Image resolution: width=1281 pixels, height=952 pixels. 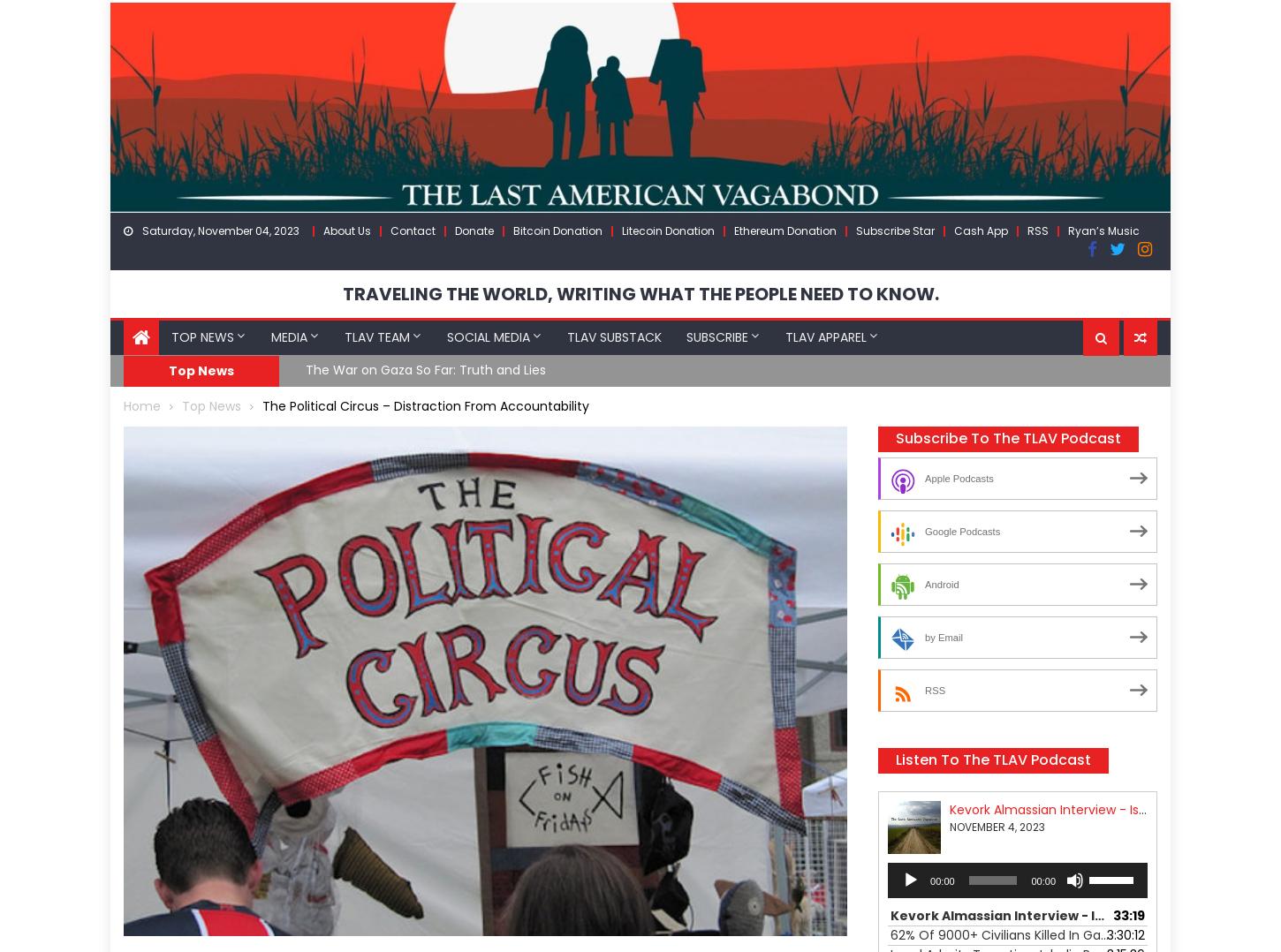 I want to click on 'Google Podcasts', so click(x=961, y=530).